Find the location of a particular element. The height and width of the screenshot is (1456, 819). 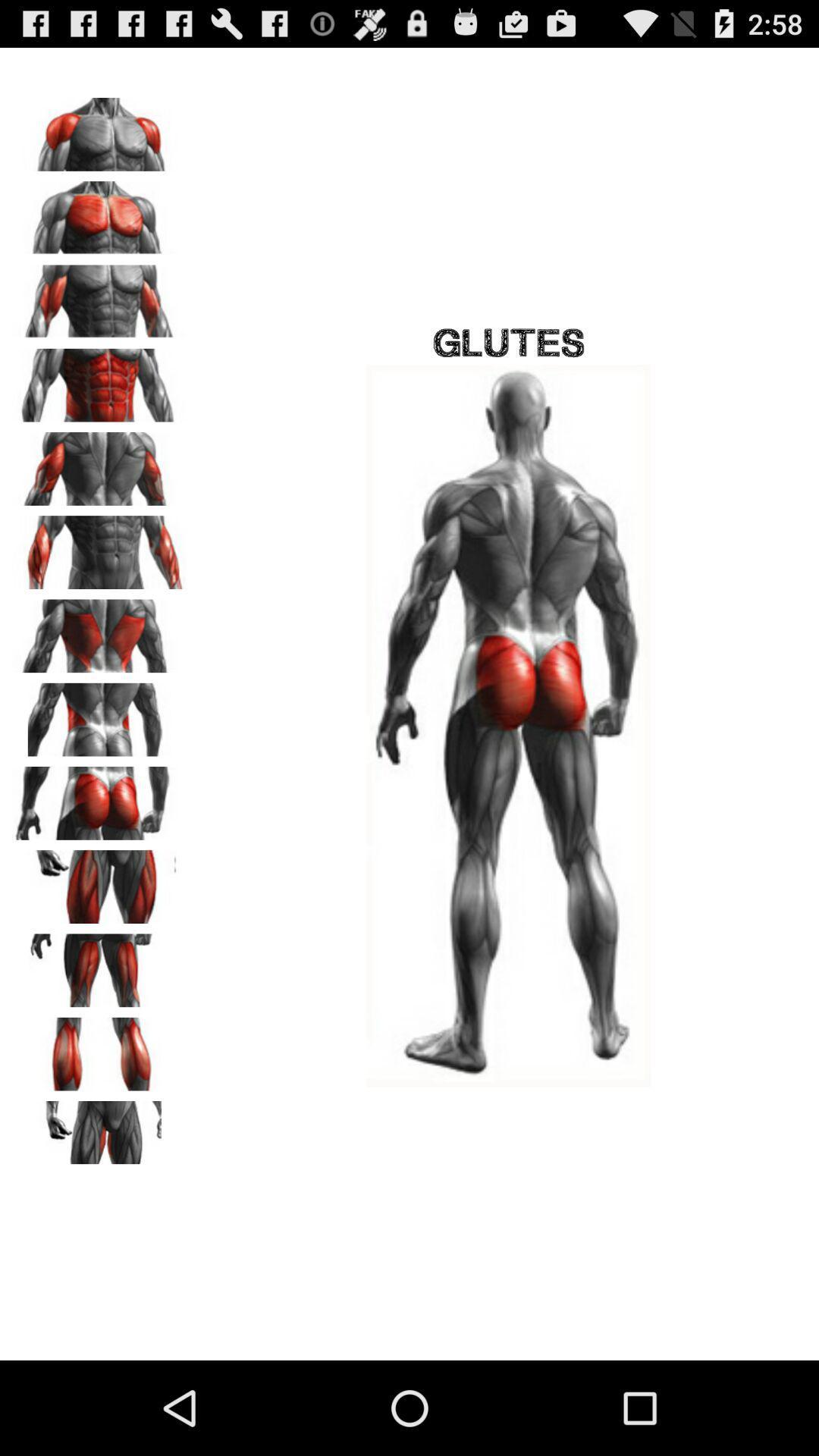

thighs is located at coordinates (99, 881).